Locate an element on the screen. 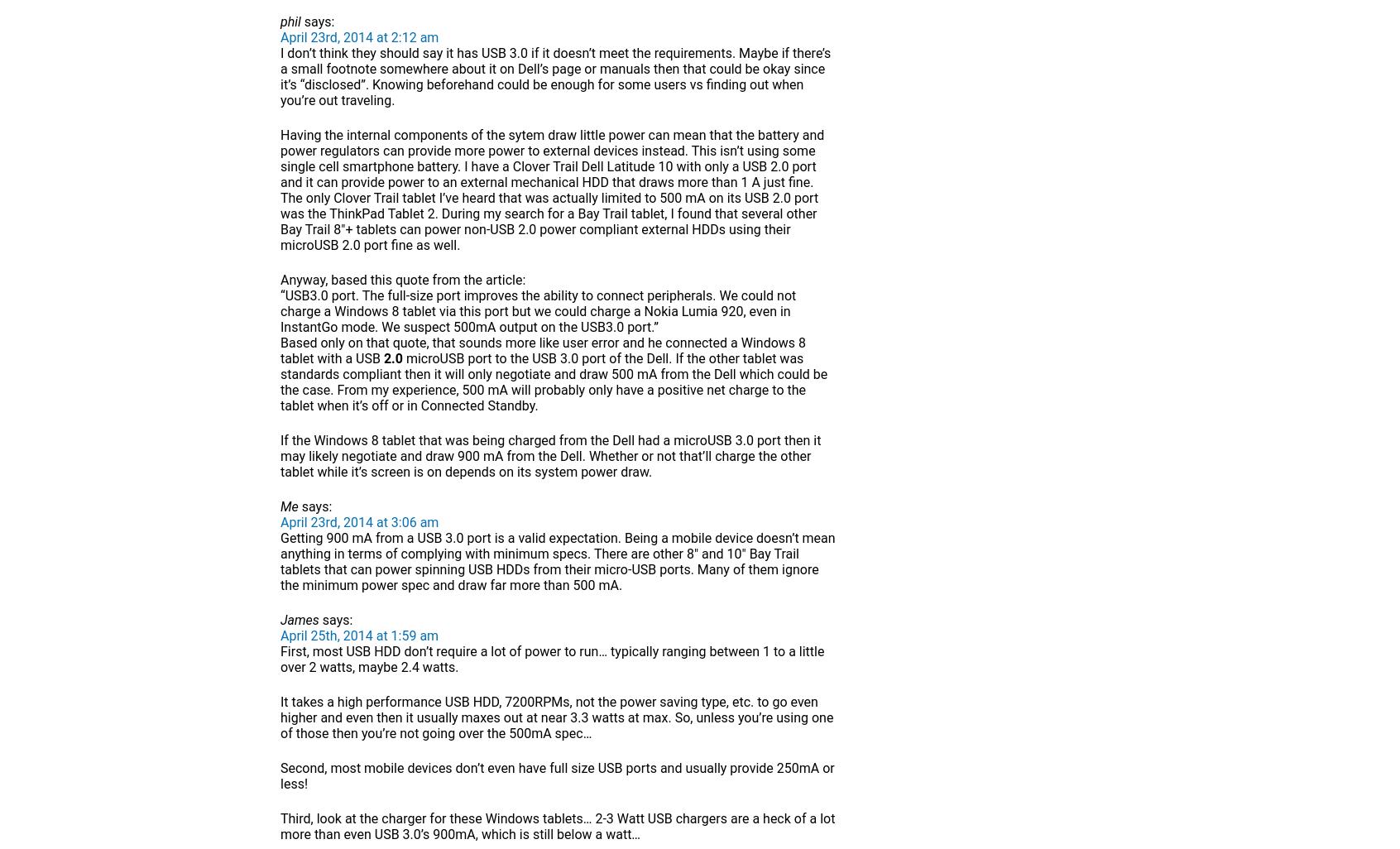 This screenshot has width=1400, height=849. 'First, most USB HDD don’t require a lot of power to run… typically ranging between 1 to a little over 2 watts, maybe 2.4 watts.' is located at coordinates (552, 658).